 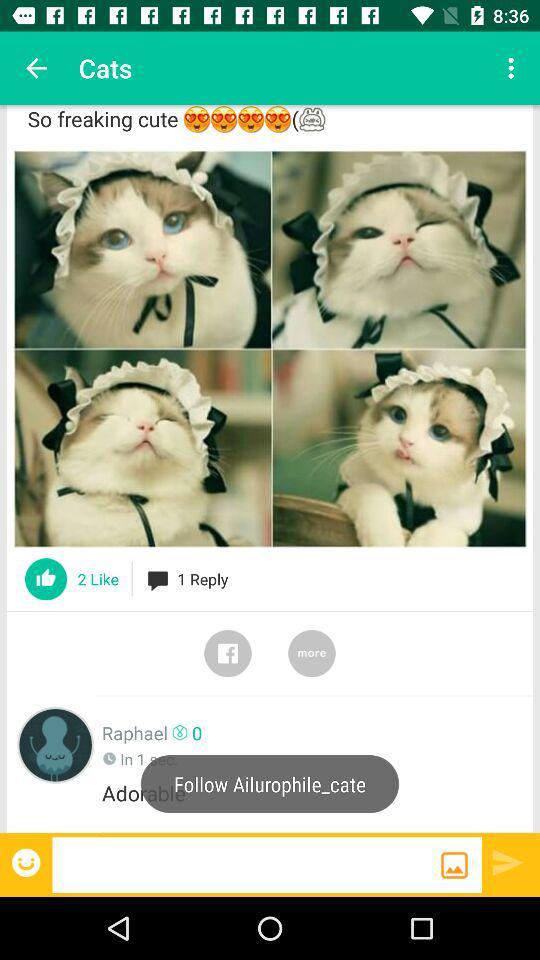 What do you see at coordinates (454, 864) in the screenshot?
I see `open photo gallery` at bounding box center [454, 864].